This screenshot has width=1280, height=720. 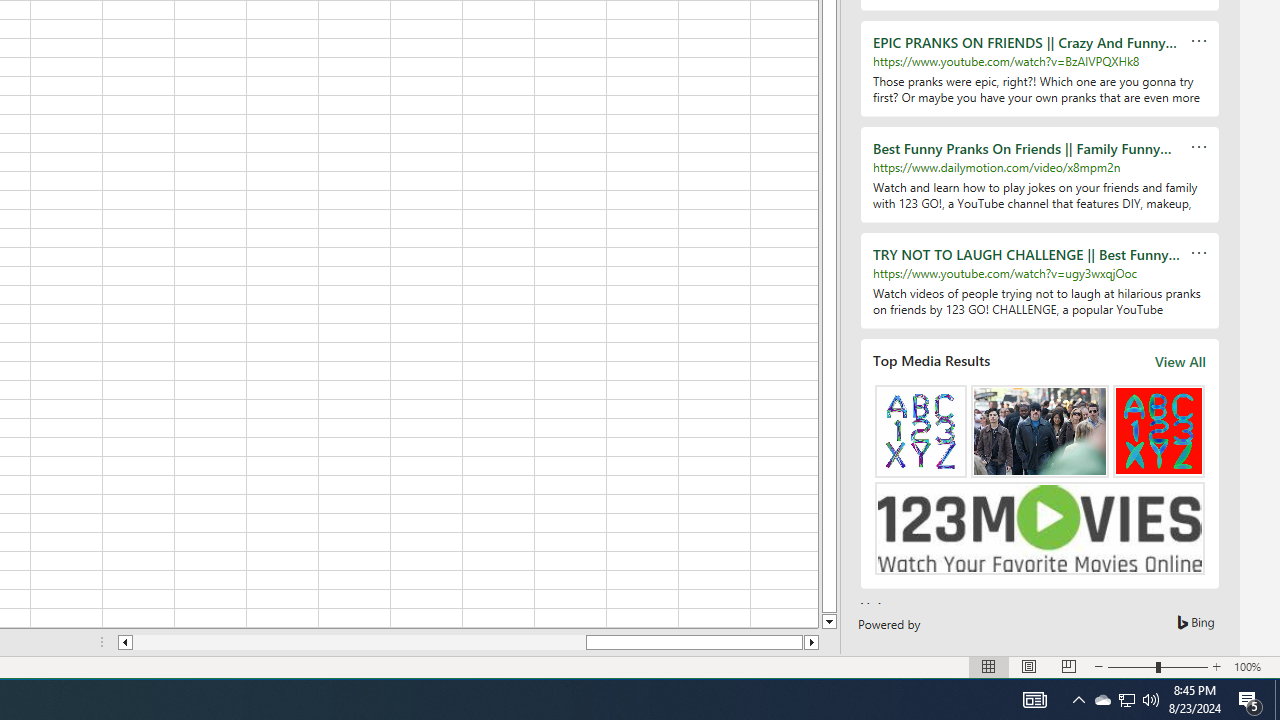 I want to click on 'Column left', so click(x=123, y=642).